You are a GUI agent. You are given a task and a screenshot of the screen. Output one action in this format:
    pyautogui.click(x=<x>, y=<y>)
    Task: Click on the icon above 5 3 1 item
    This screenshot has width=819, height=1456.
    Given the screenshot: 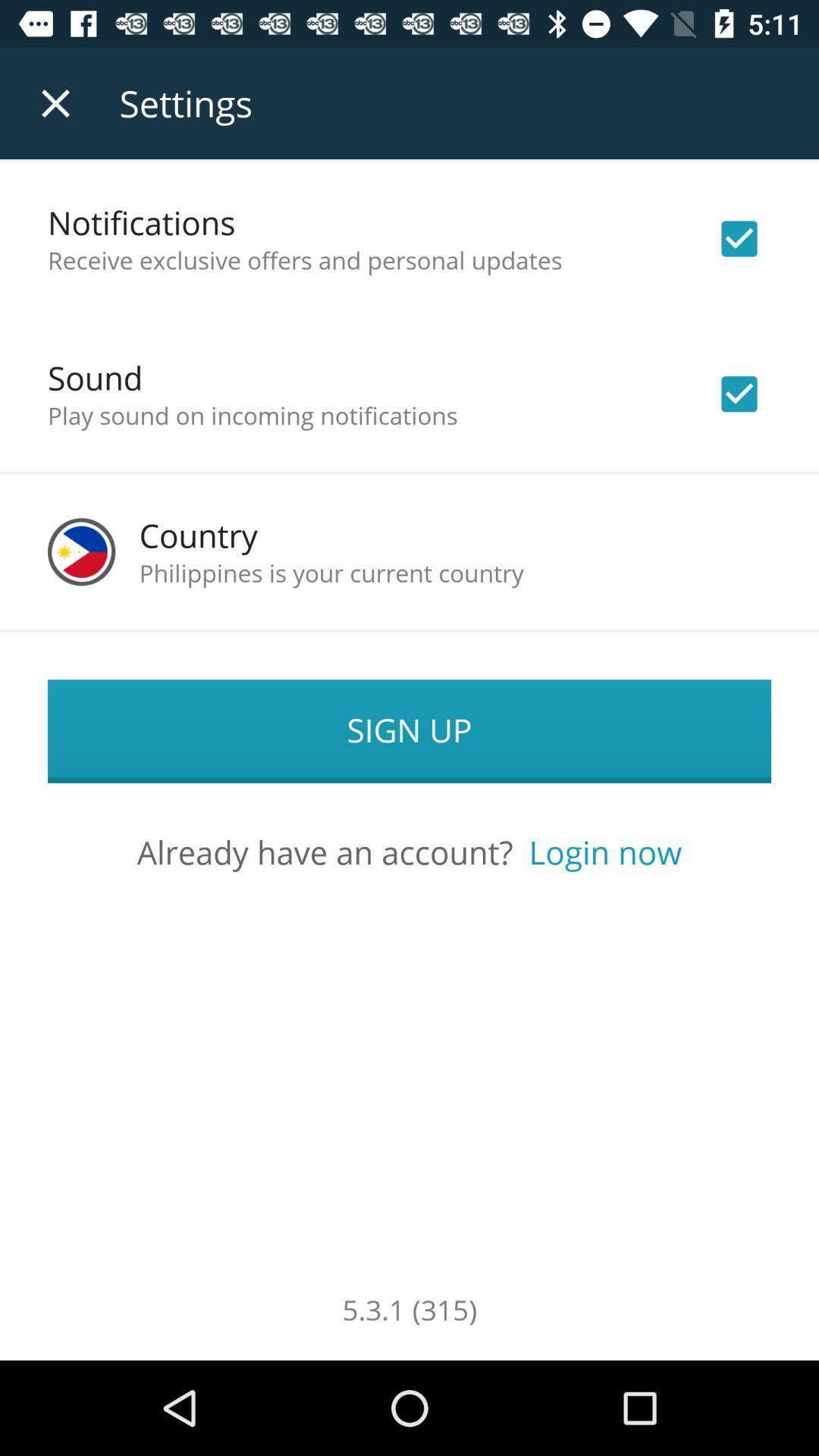 What is the action you would take?
    pyautogui.click(x=604, y=852)
    